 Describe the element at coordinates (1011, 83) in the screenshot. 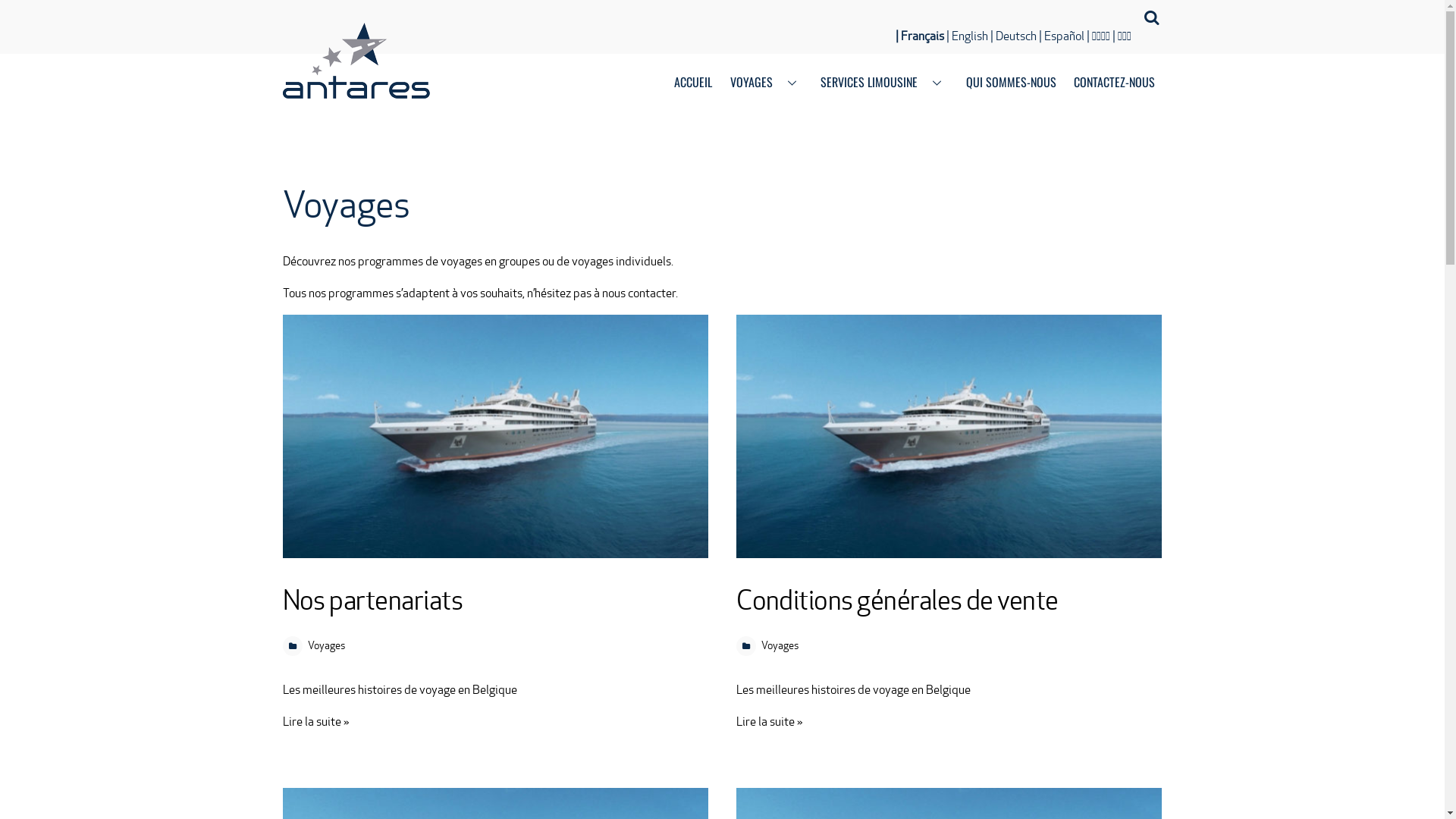

I see `'QUI SOMMES-NOUS'` at that location.